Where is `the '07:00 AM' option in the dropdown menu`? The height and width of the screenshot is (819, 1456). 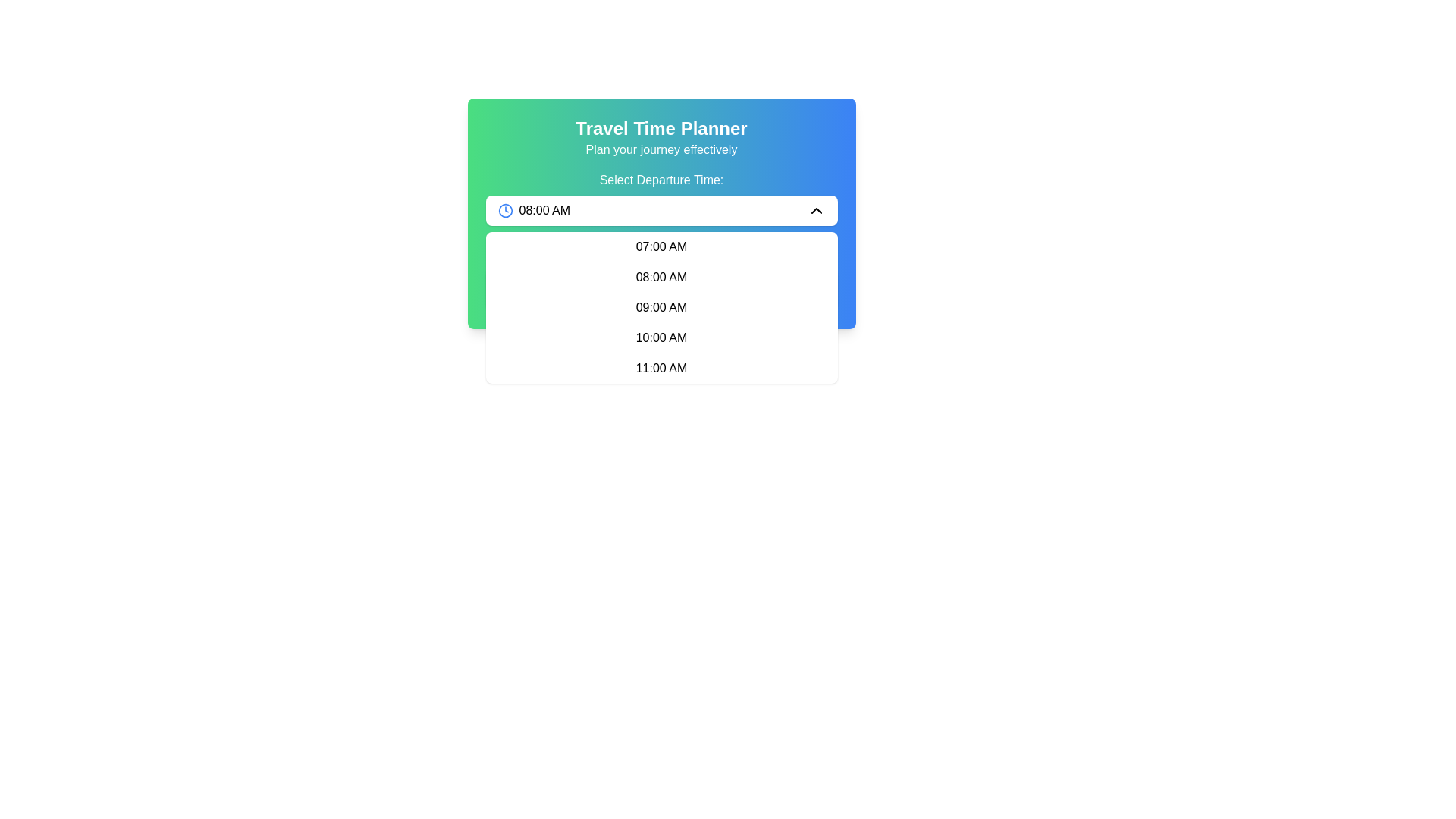
the '07:00 AM' option in the dropdown menu is located at coordinates (661, 240).